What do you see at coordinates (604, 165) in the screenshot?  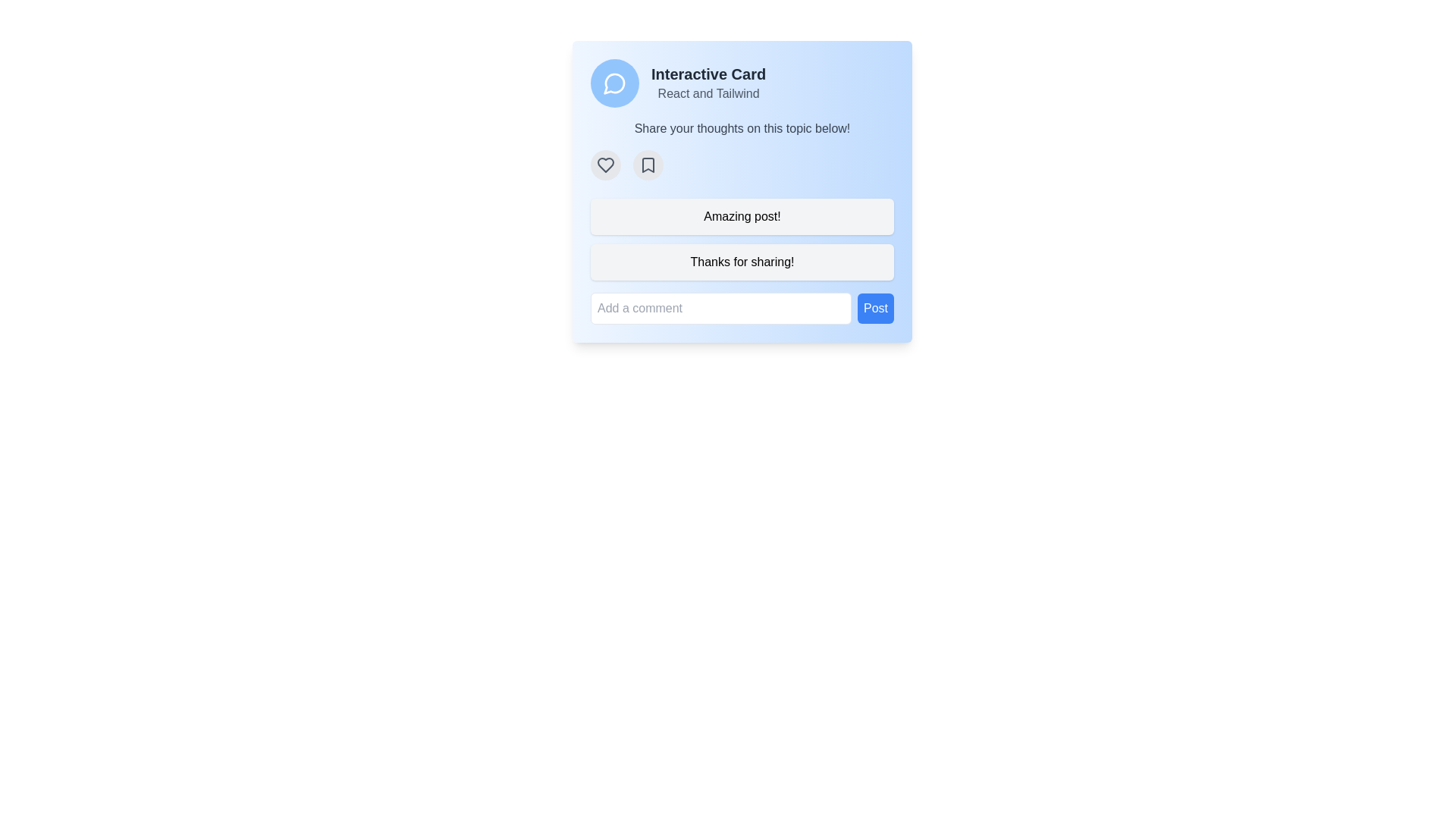 I see `the heart icon representing 'Like' or 'Favorite' action` at bounding box center [604, 165].